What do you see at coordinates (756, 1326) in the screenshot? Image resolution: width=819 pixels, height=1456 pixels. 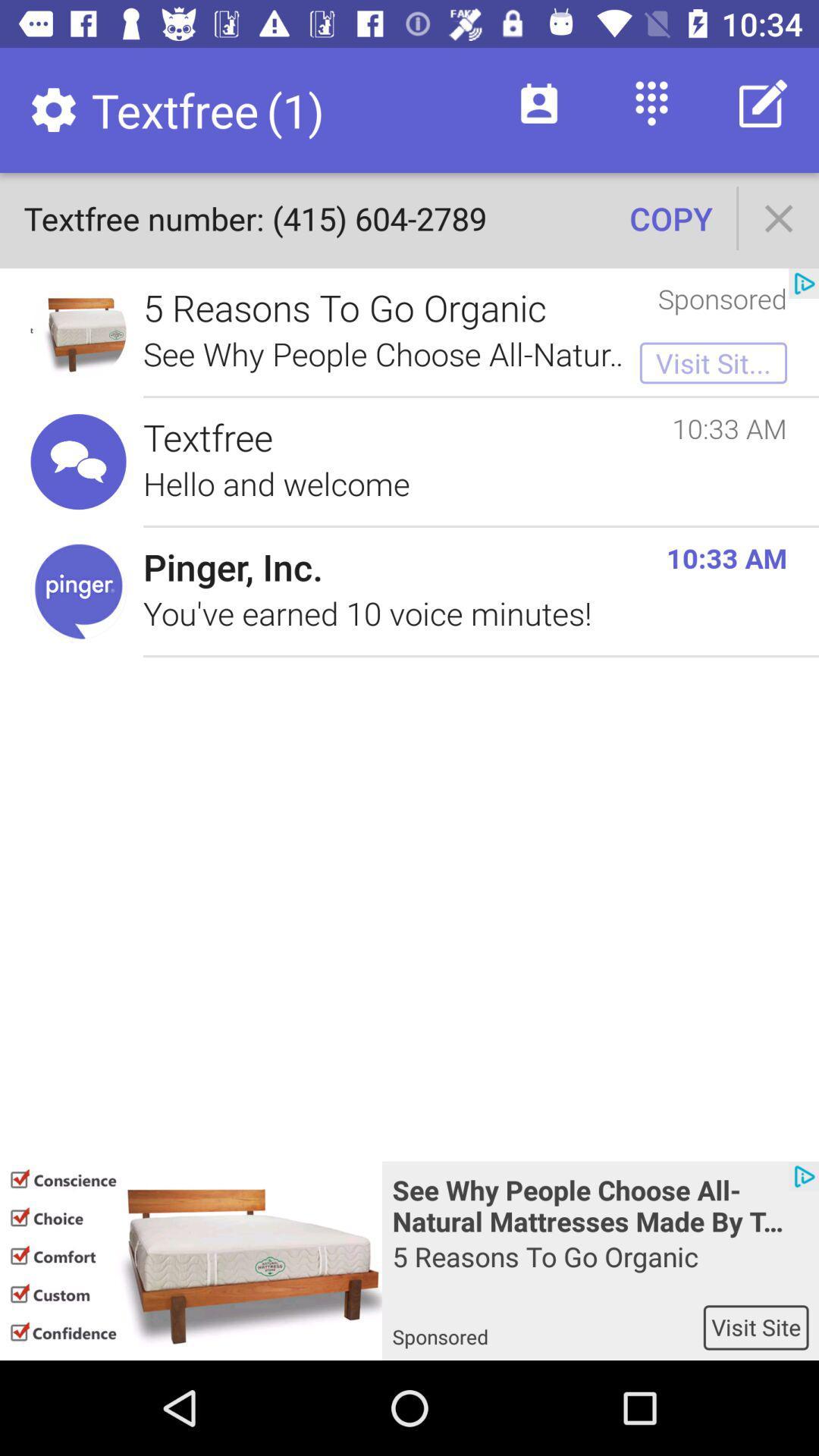 I see `the item below the 5 reasons to item` at bounding box center [756, 1326].